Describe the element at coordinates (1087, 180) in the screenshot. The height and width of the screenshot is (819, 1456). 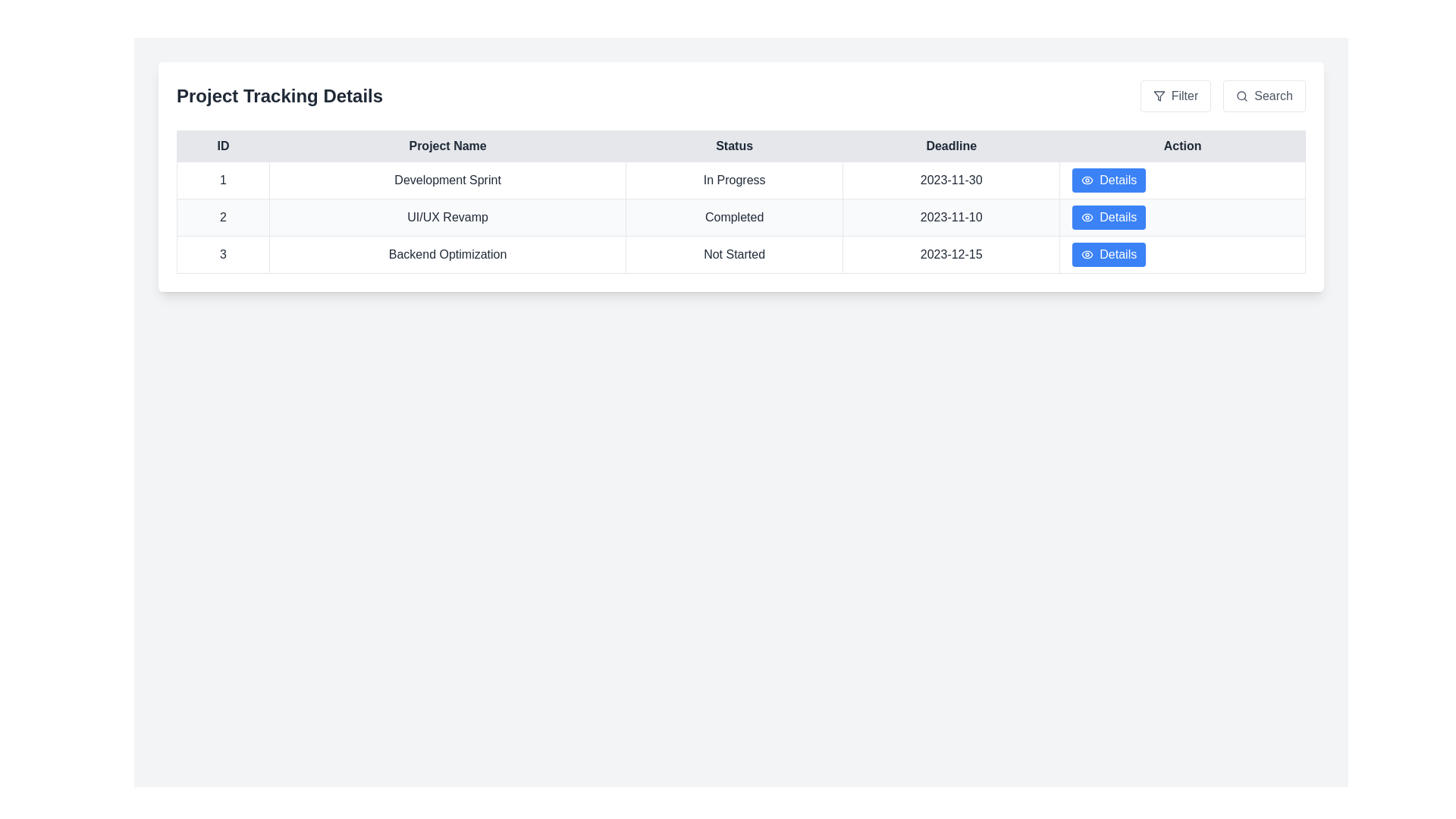
I see `the eye-shaped icon within the 'Details' button located in the first row of the 'Action' column for the 'Development Sprint' item` at that location.